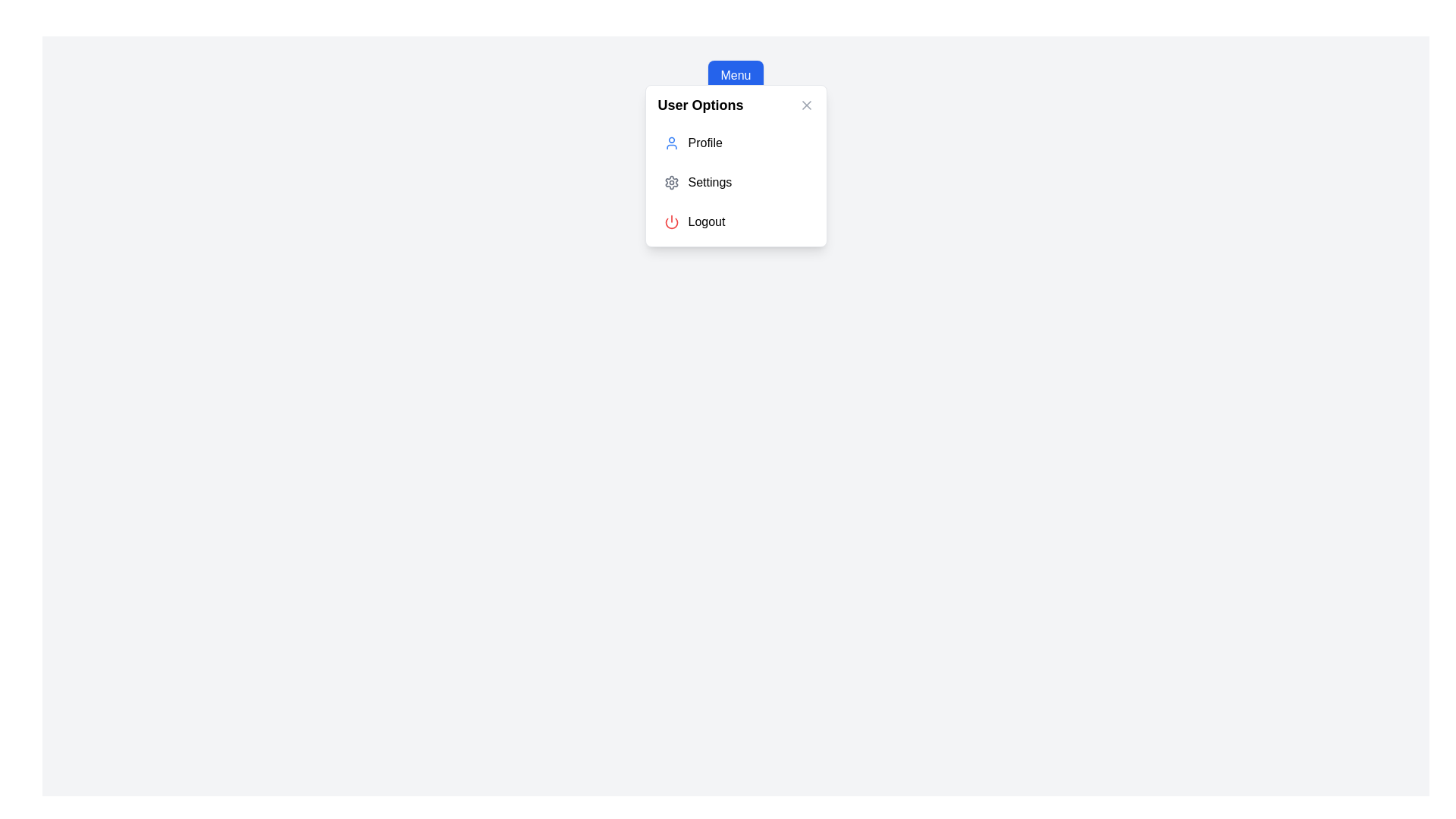 The image size is (1456, 819). Describe the element at coordinates (670, 223) in the screenshot. I see `the circular portion of the power icon, which is located in the lower part of the SVG and indicates logout or quit functionality` at that location.